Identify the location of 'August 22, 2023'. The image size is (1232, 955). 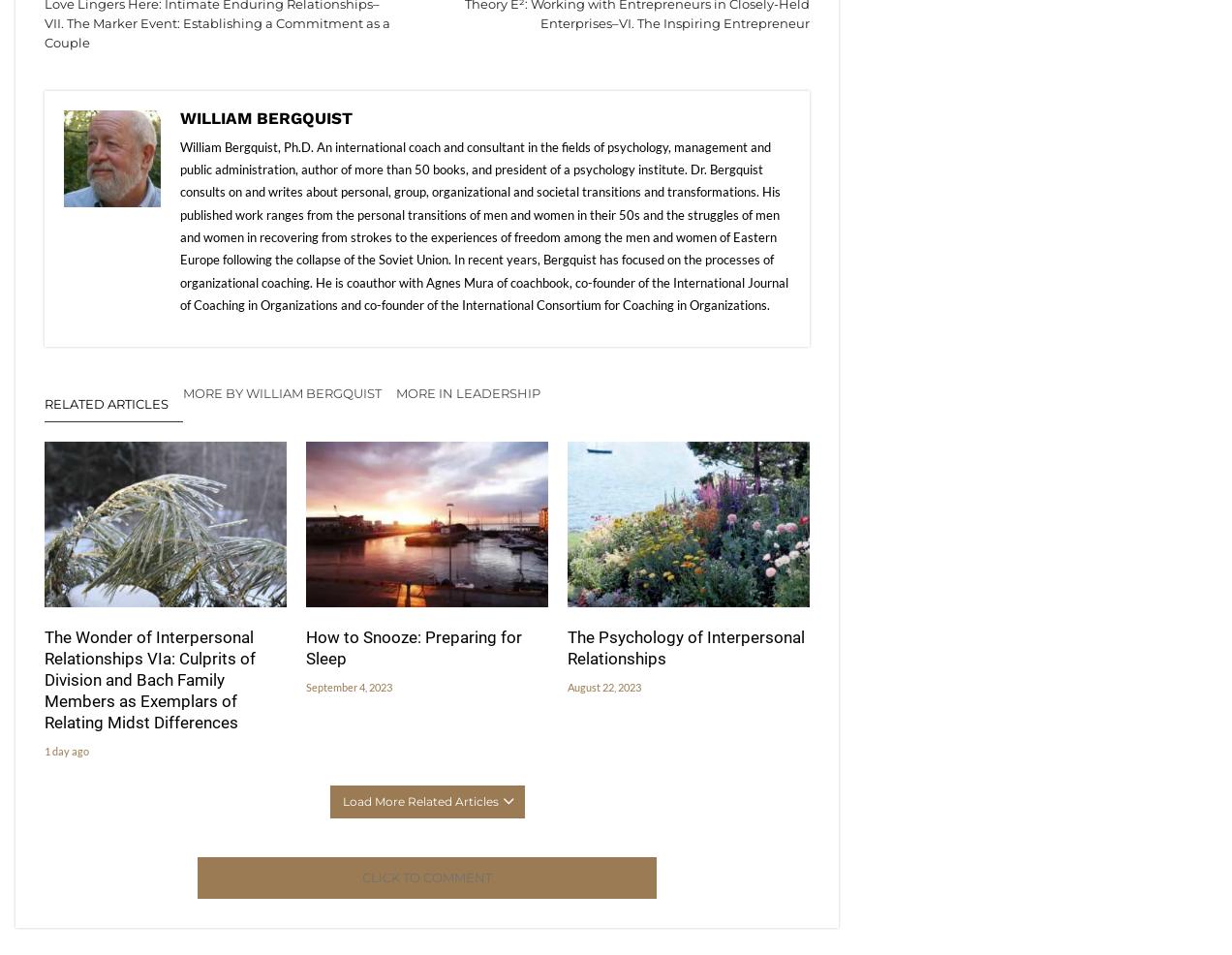
(603, 686).